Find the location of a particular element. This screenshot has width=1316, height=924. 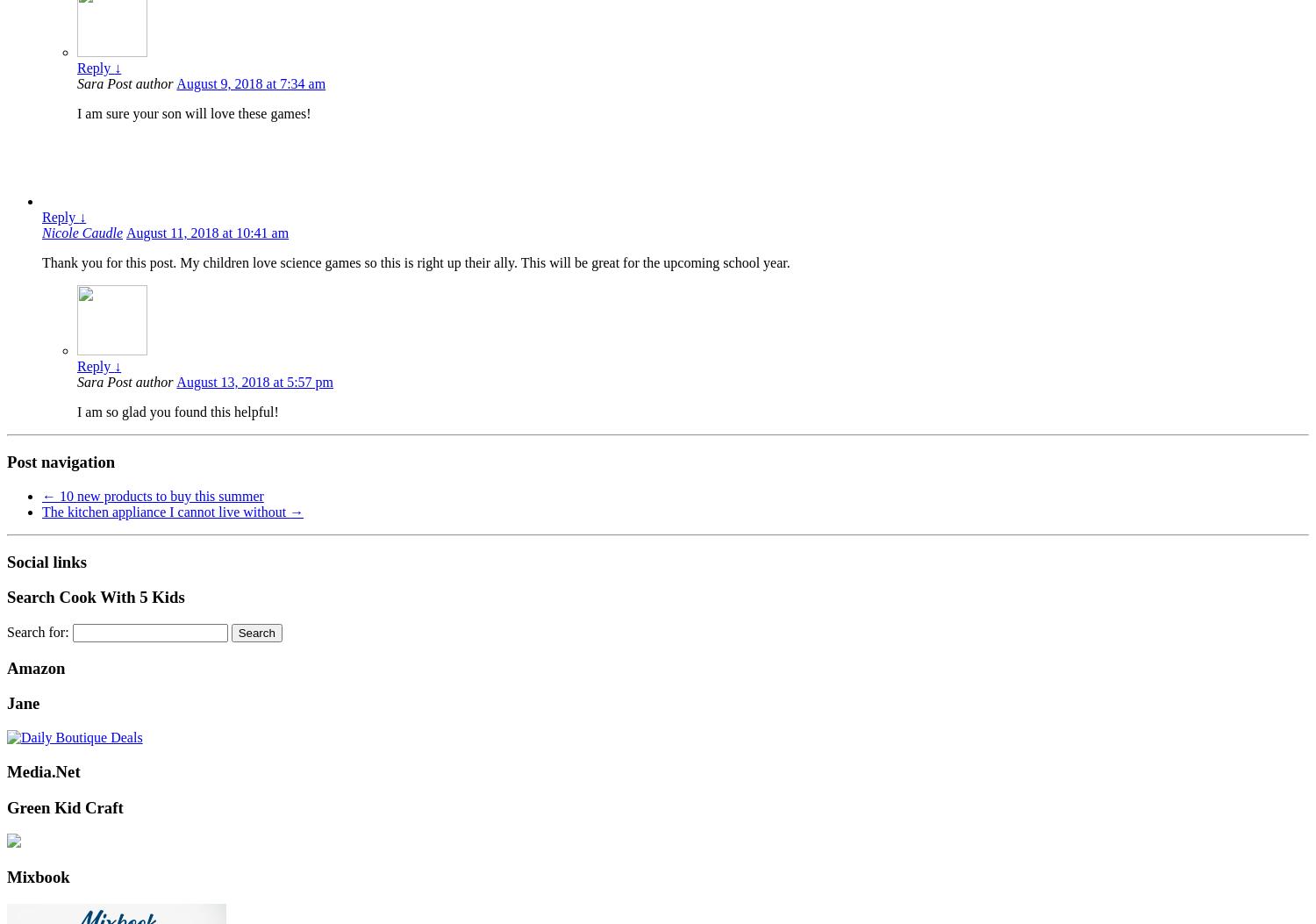

'10 new products to buy this summer' is located at coordinates (159, 494).